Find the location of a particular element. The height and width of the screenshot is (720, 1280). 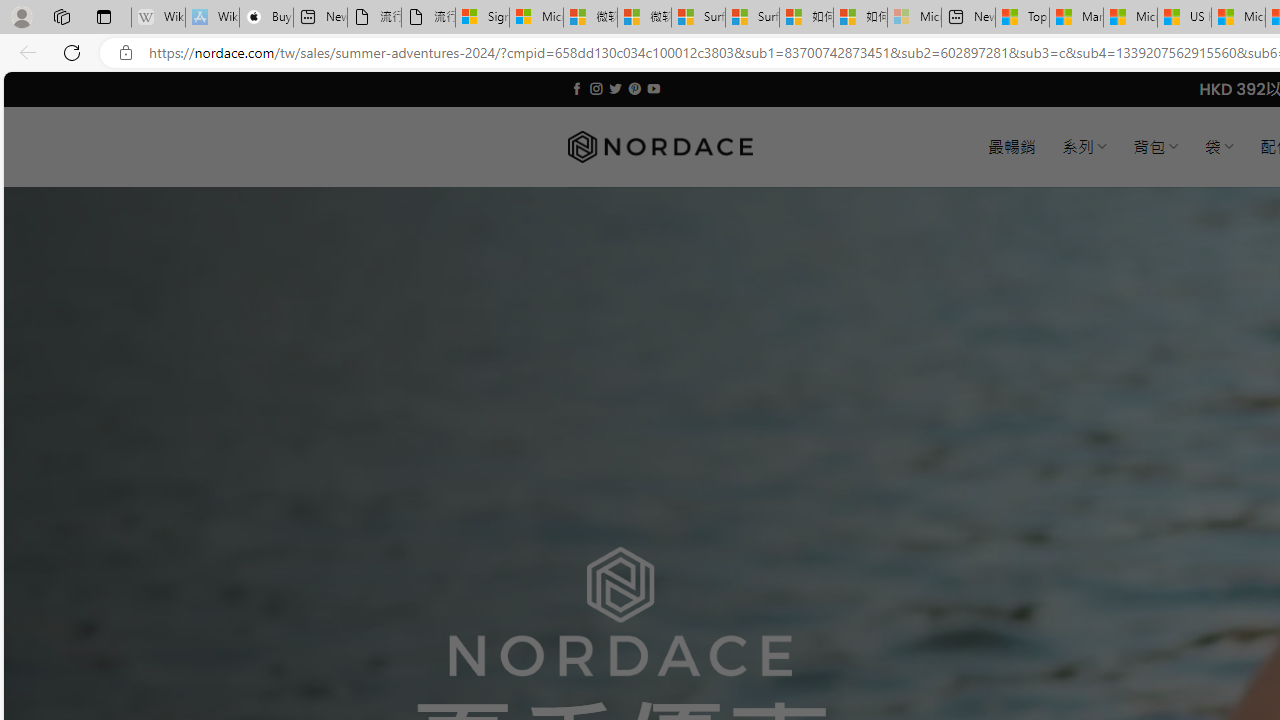

'Sign in to your Microsoft account' is located at coordinates (482, 17).